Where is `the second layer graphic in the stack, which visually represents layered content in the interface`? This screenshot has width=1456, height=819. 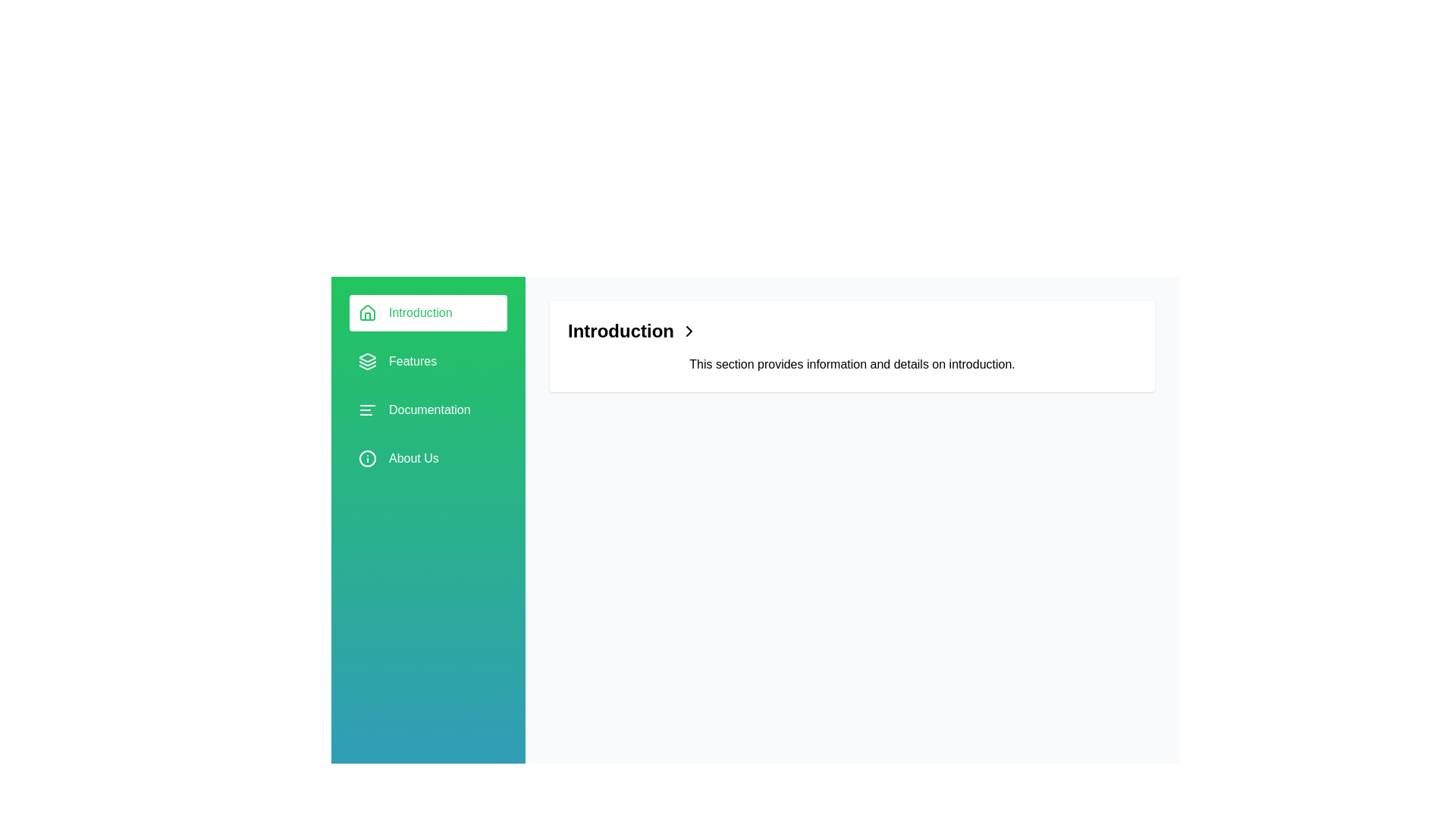
the second layer graphic in the stack, which visually represents layered content in the interface is located at coordinates (367, 363).